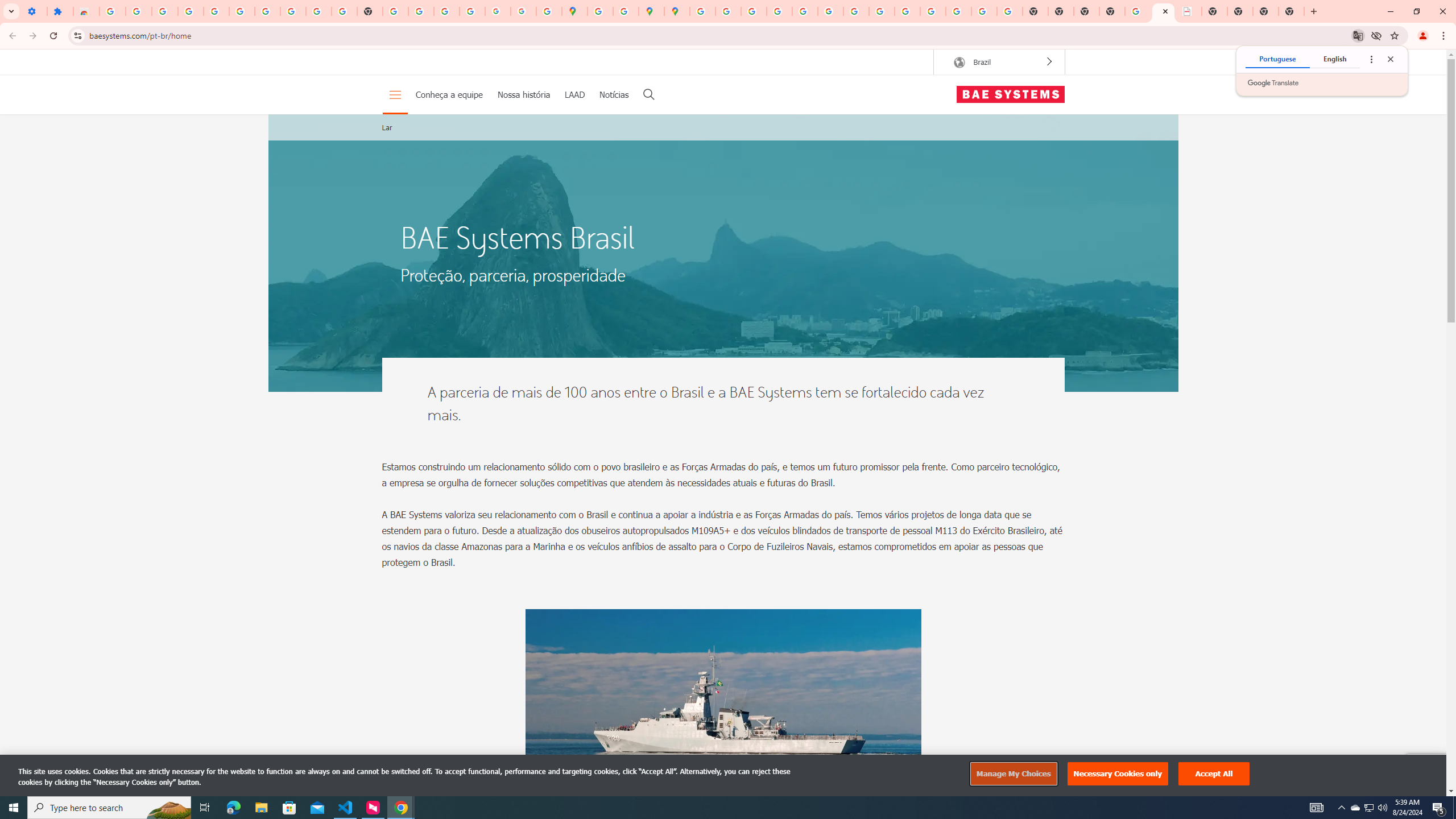  Describe the element at coordinates (999, 61) in the screenshot. I see `'AutomationID: region-selector-top'` at that location.